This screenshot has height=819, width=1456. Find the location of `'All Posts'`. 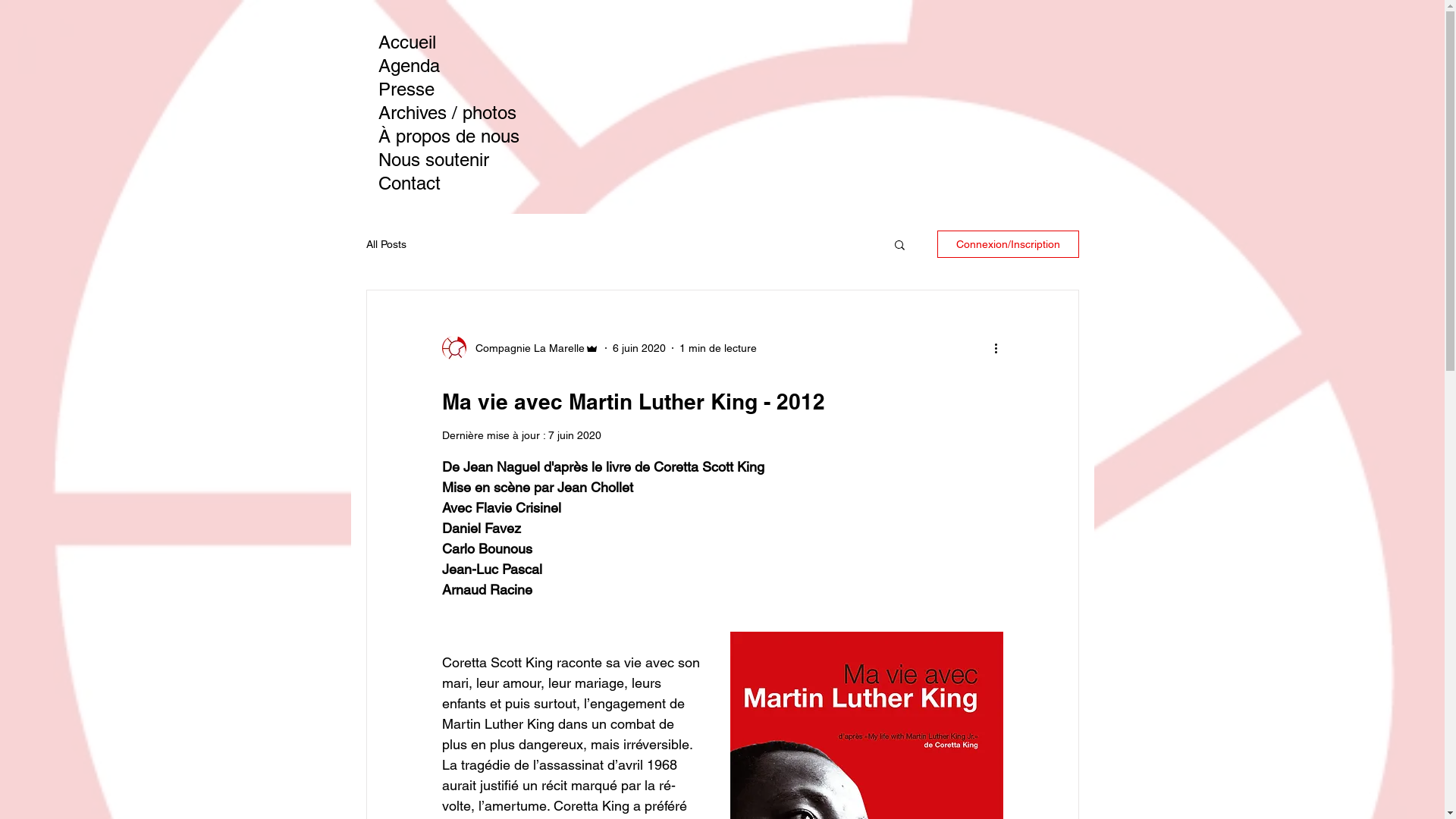

'All Posts' is located at coordinates (365, 243).